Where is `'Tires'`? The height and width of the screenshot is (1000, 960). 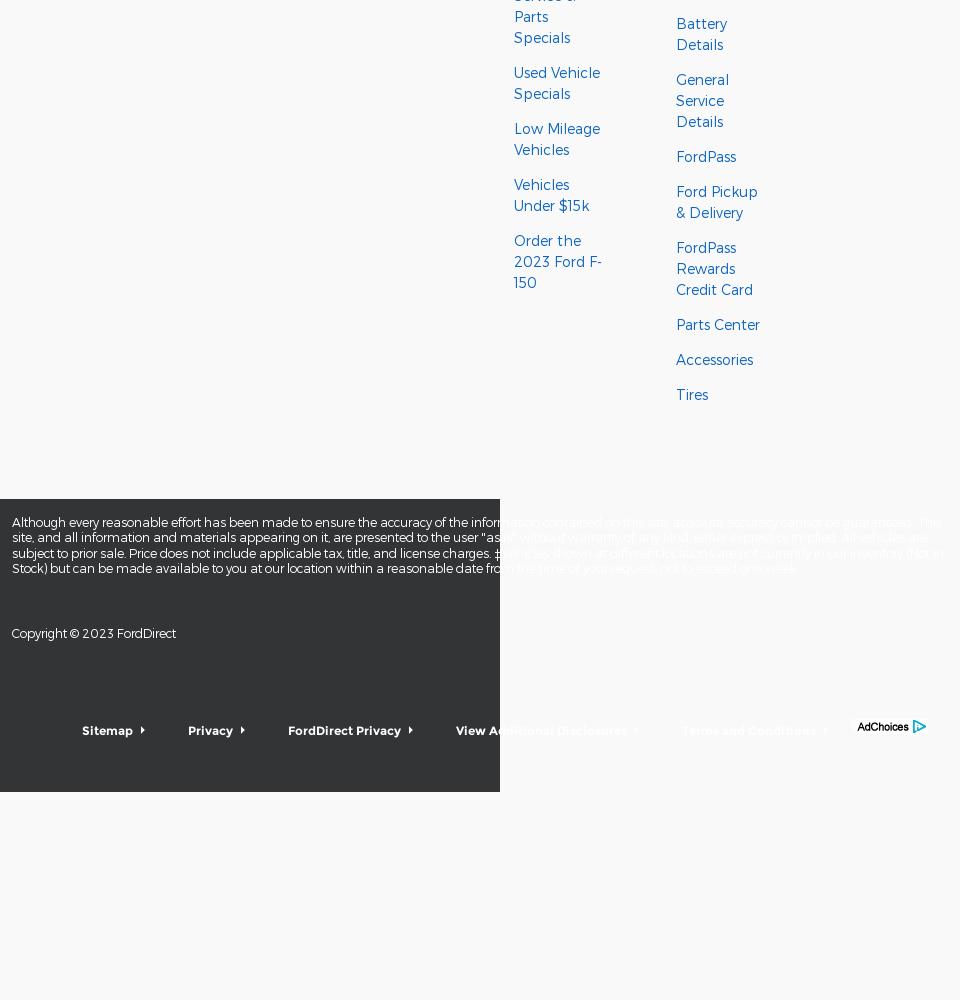
'Tires' is located at coordinates (691, 394).